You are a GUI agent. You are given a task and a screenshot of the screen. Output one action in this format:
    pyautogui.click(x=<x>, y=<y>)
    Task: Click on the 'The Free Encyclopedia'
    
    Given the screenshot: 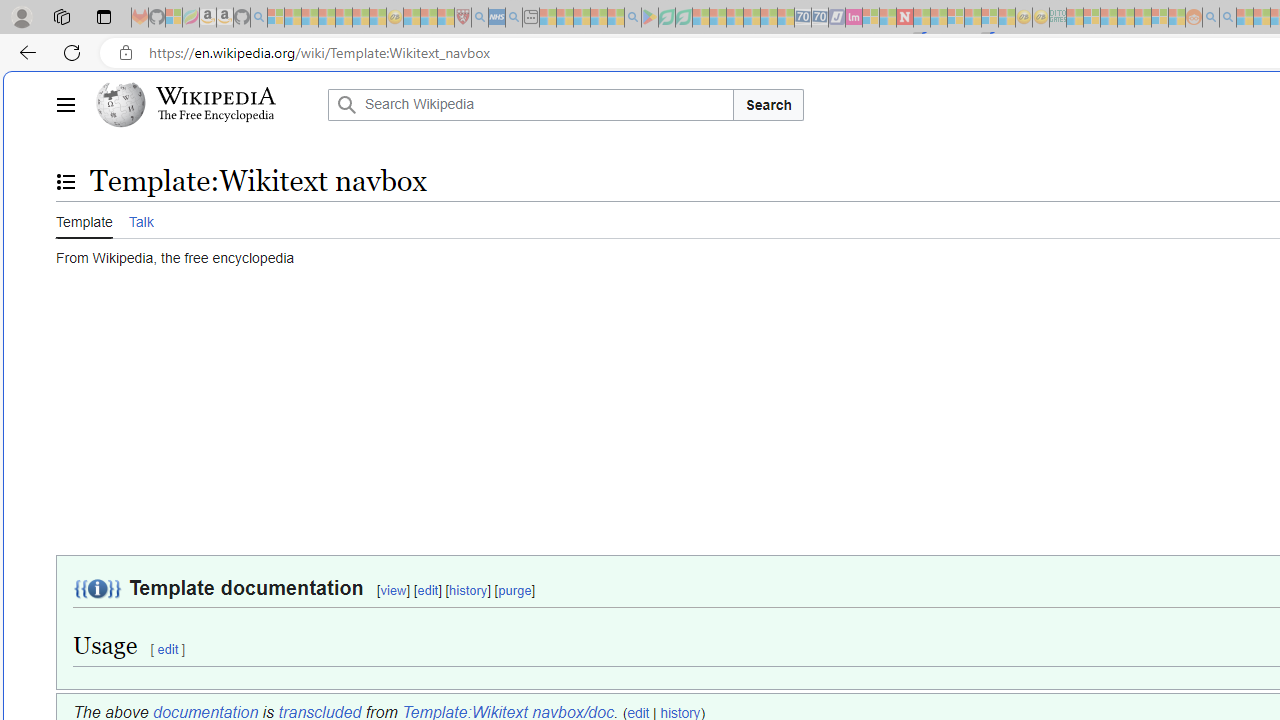 What is the action you would take?
    pyautogui.click(x=216, y=116)
    